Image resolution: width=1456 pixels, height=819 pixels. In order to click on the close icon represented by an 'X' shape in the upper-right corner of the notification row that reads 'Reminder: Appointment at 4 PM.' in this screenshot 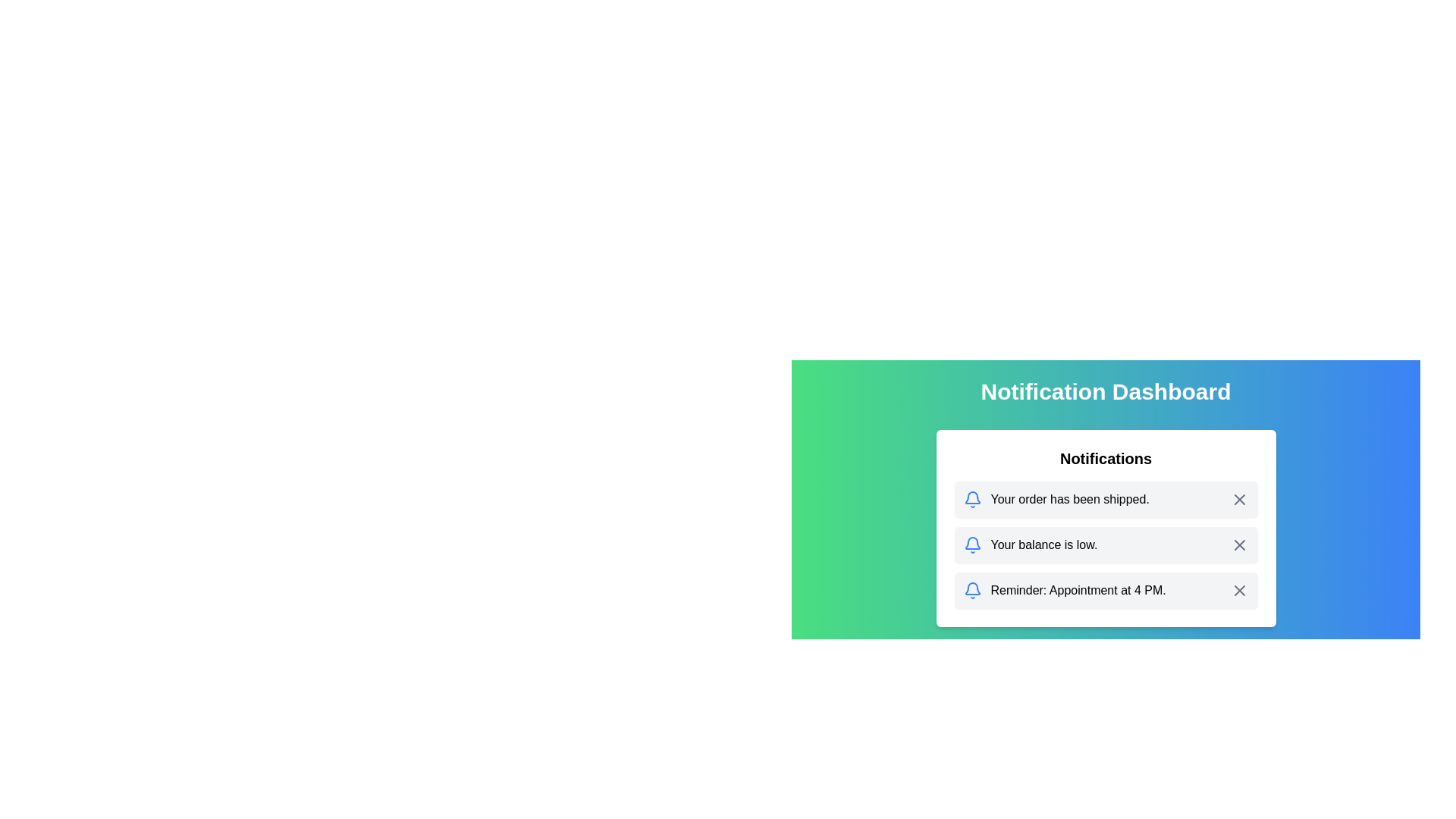, I will do `click(1239, 590)`.